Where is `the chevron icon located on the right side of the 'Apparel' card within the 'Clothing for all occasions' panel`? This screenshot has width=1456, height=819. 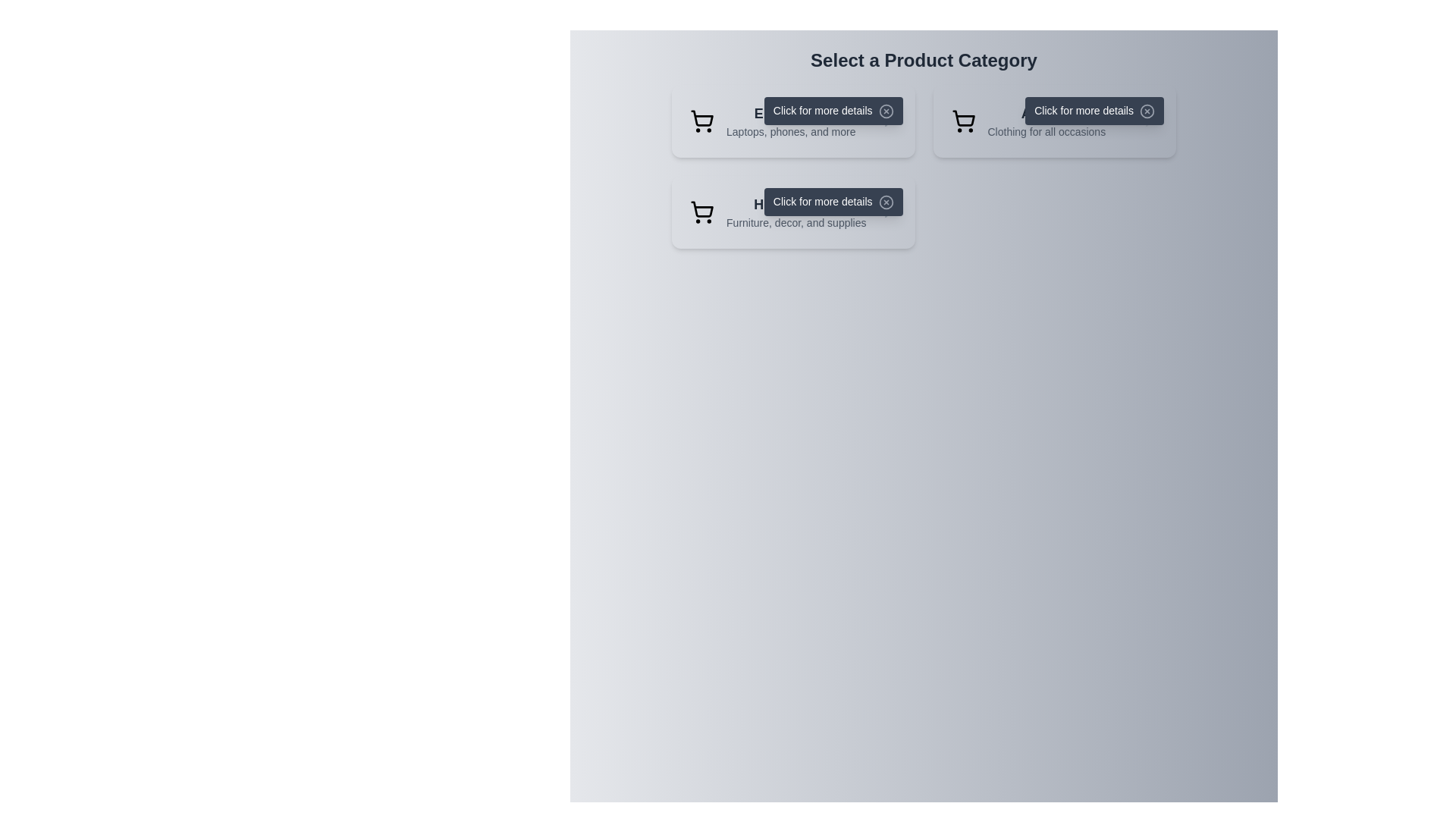 the chevron icon located on the right side of the 'Apparel' card within the 'Clothing for all occasions' panel is located at coordinates (1148, 120).